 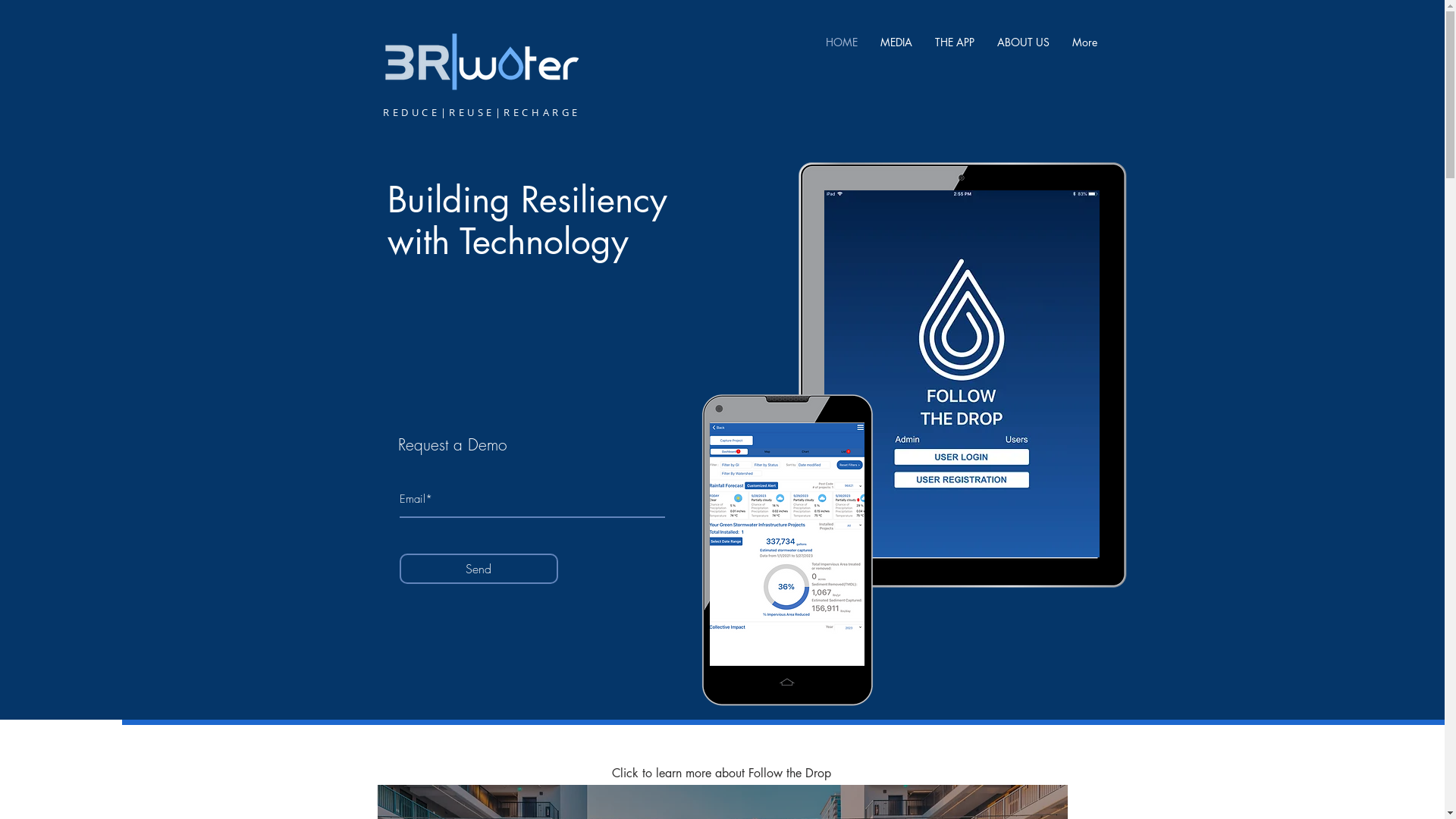 I want to click on 'MEDIA', so click(x=869, y=41).